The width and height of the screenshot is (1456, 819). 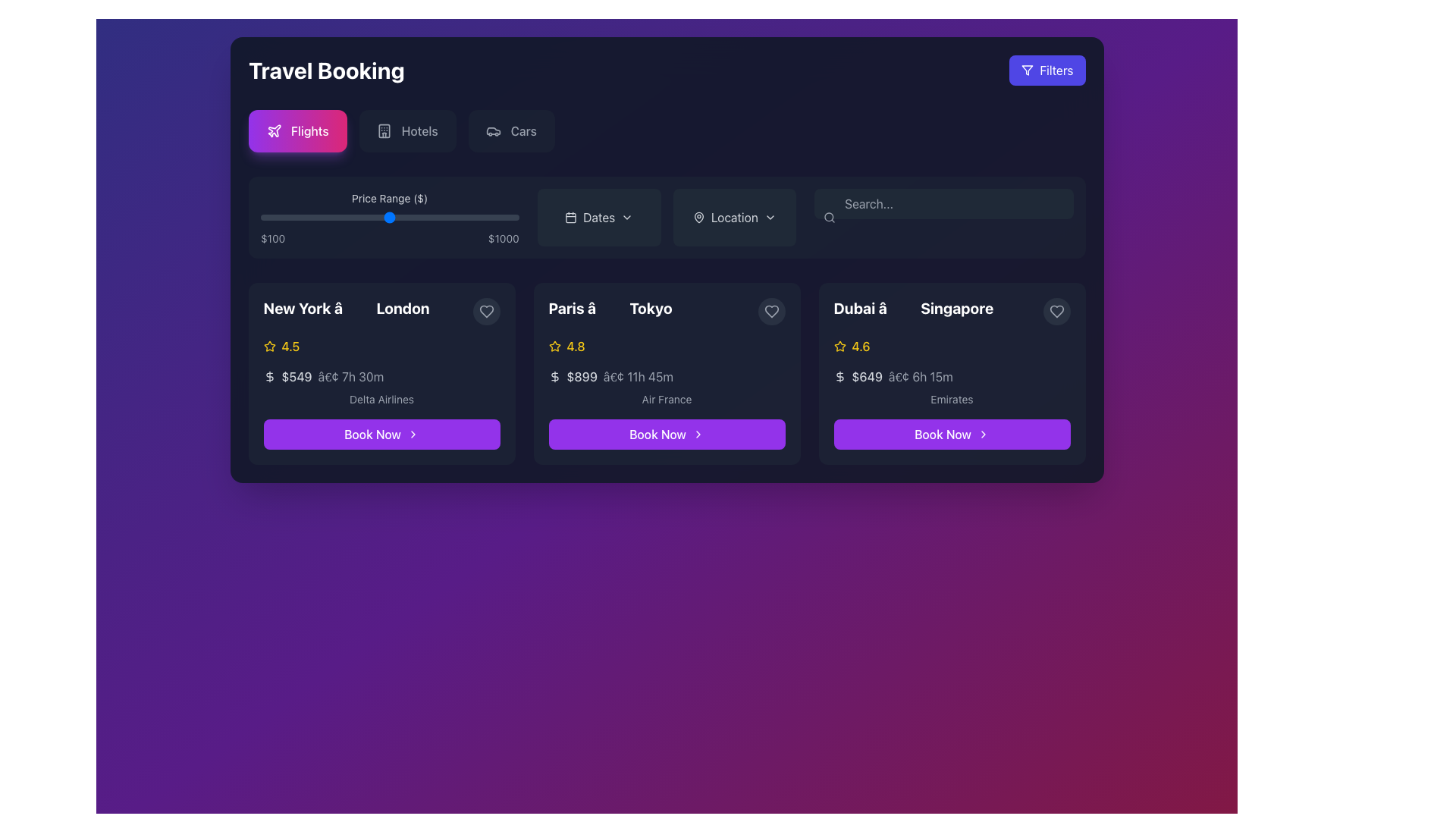 I want to click on the button in the top-right corner of the UI that contains the text label for filtering options, so click(x=1056, y=70).